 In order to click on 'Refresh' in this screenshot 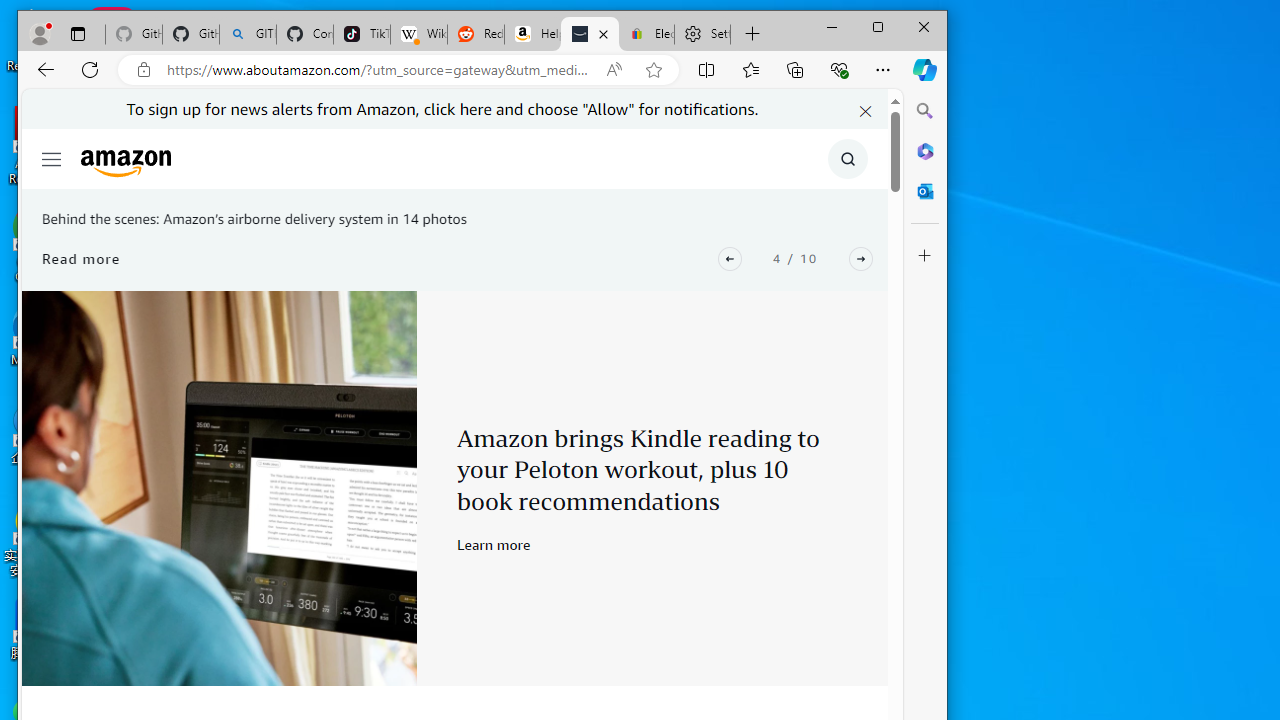, I will do `click(89, 68)`.